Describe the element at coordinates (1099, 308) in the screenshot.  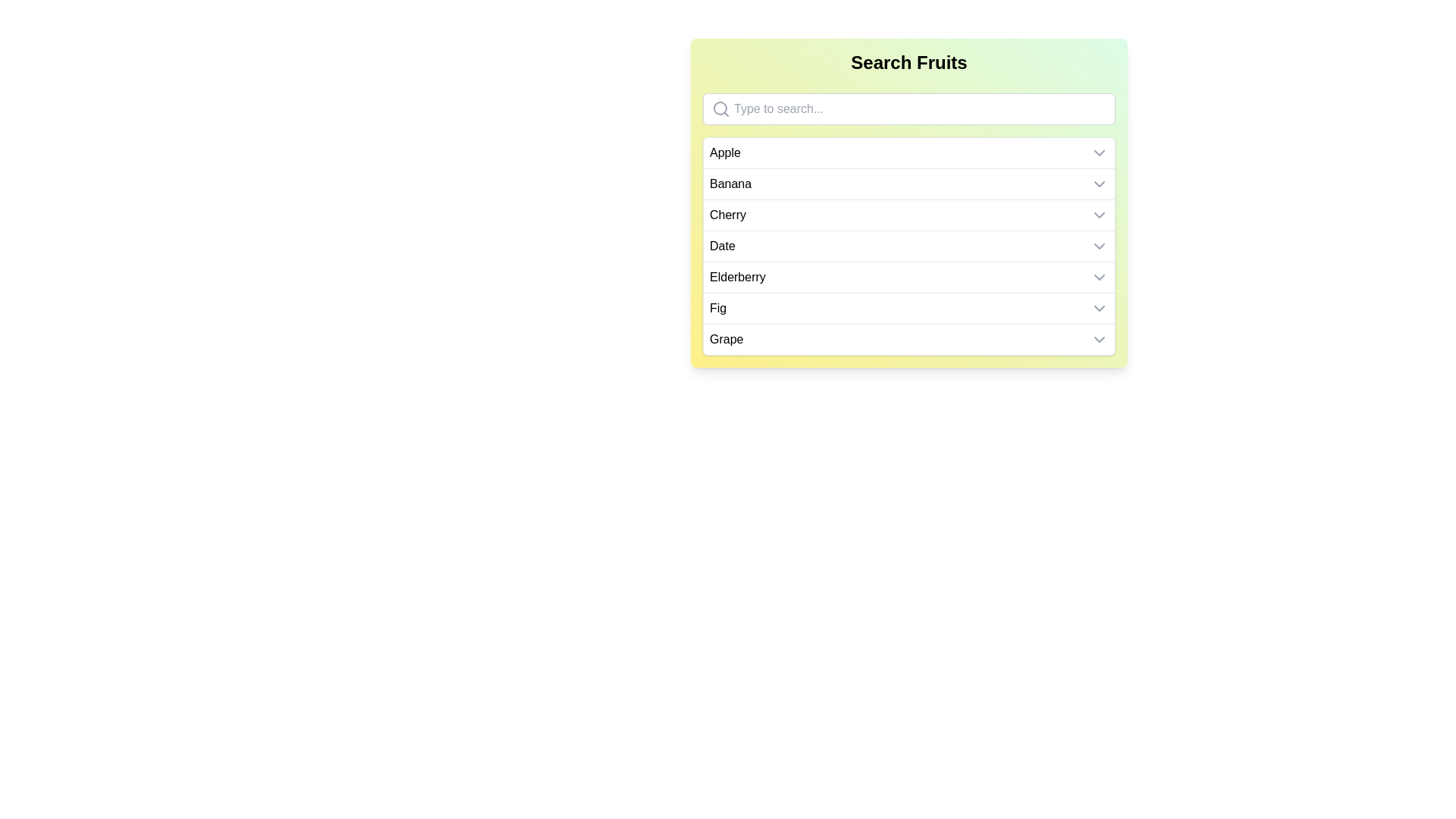
I see `the dropdown toggle button icon located to the right of the text 'Fig' in the 'Search Fruits' list, specifically in the sixth row` at that location.